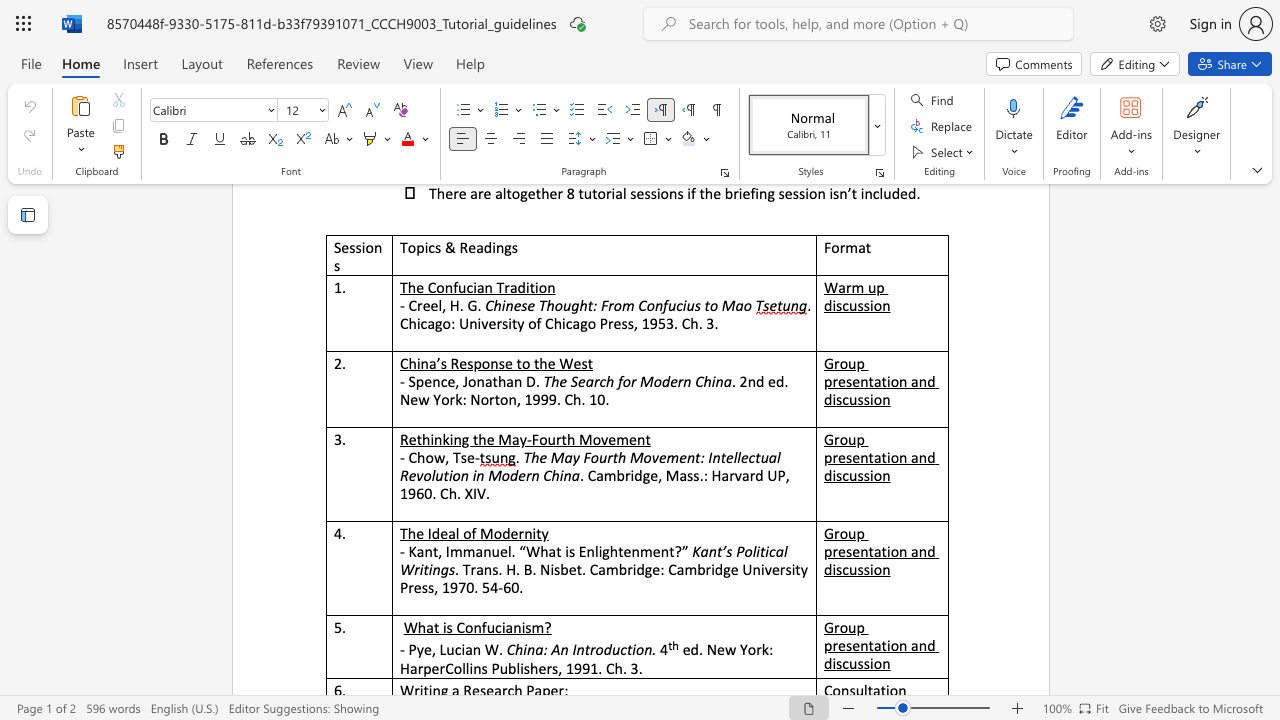  I want to click on the subset text "and discus" within the text "Group presentation and discussion", so click(910, 457).